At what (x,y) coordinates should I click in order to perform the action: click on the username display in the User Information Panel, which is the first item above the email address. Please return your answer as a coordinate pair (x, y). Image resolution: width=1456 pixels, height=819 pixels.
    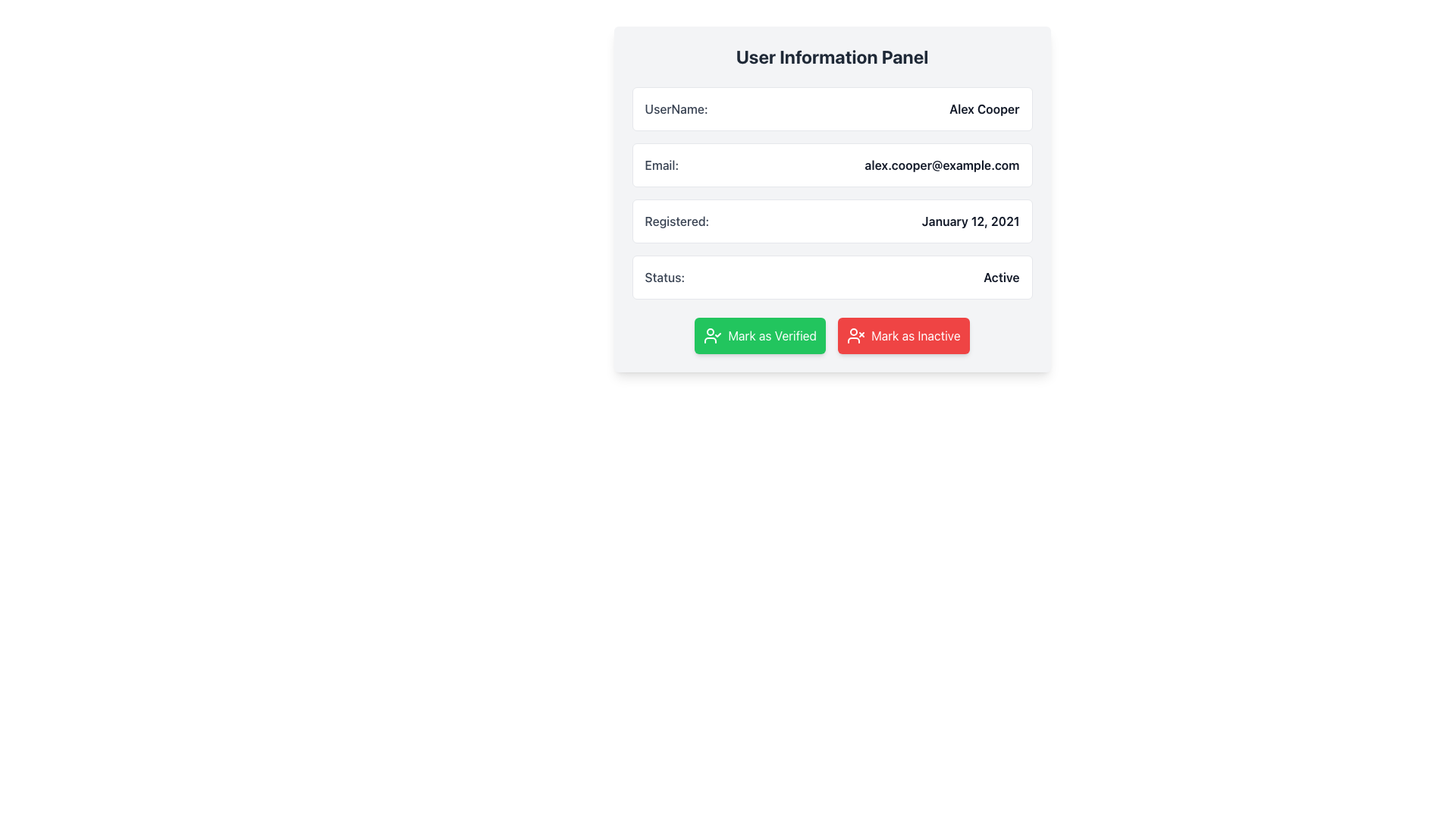
    Looking at the image, I should click on (831, 108).